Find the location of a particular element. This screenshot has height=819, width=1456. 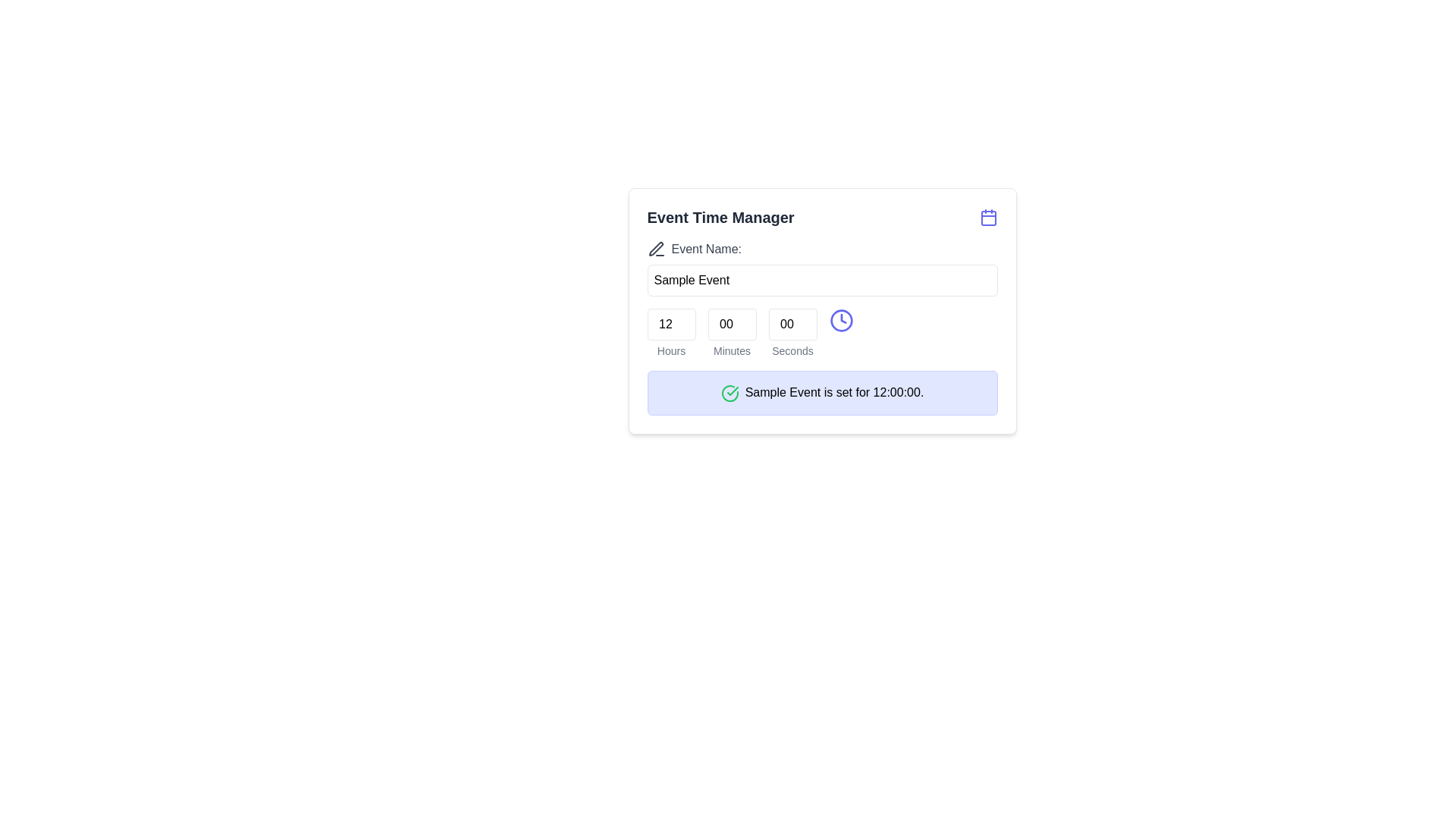

the confirmation indicator icon located to the left of the message text 'Sample Event is set for 12:00:00.' within the blue message box is located at coordinates (730, 392).